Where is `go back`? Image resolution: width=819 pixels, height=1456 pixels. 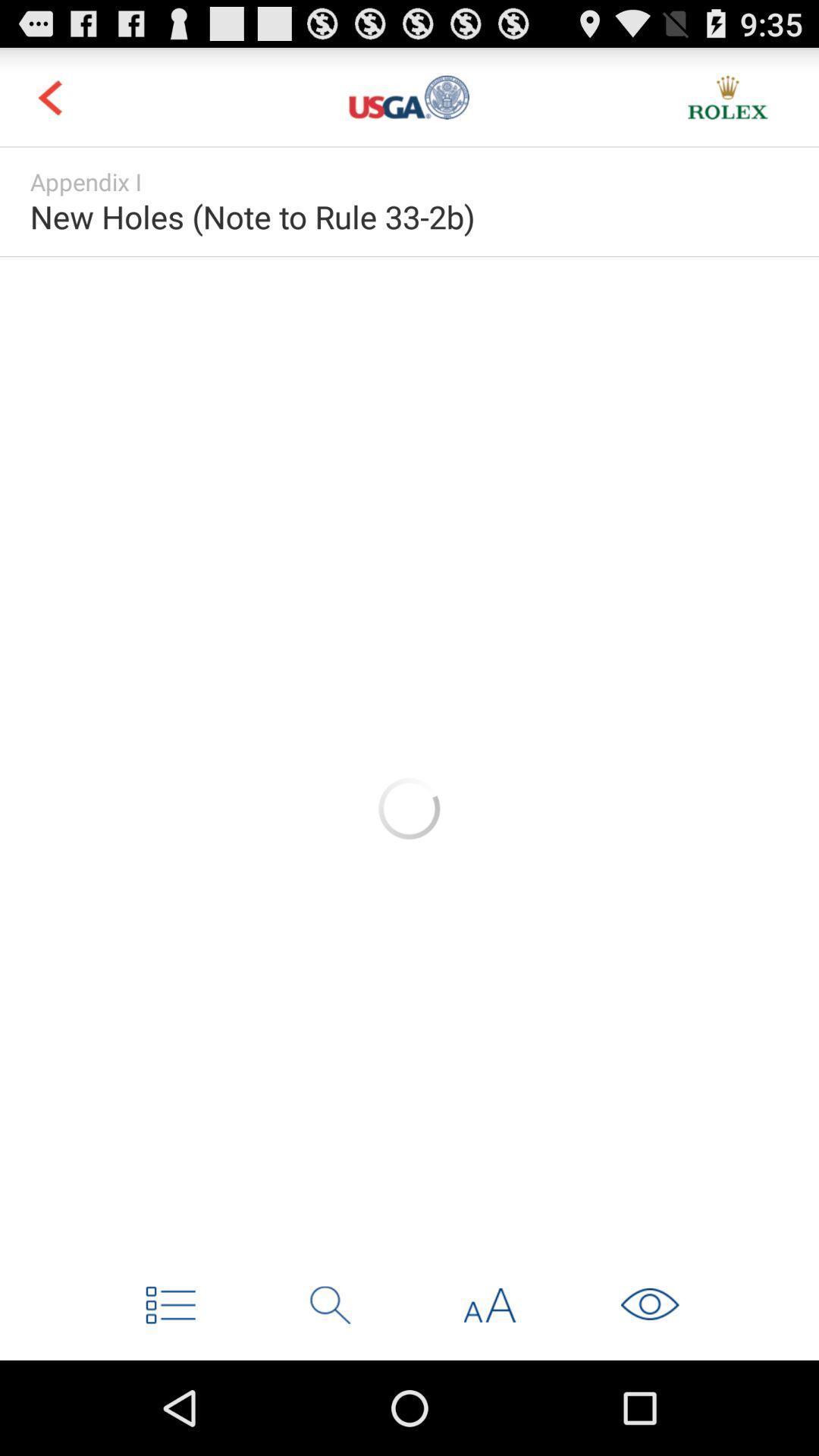 go back is located at coordinates (49, 96).